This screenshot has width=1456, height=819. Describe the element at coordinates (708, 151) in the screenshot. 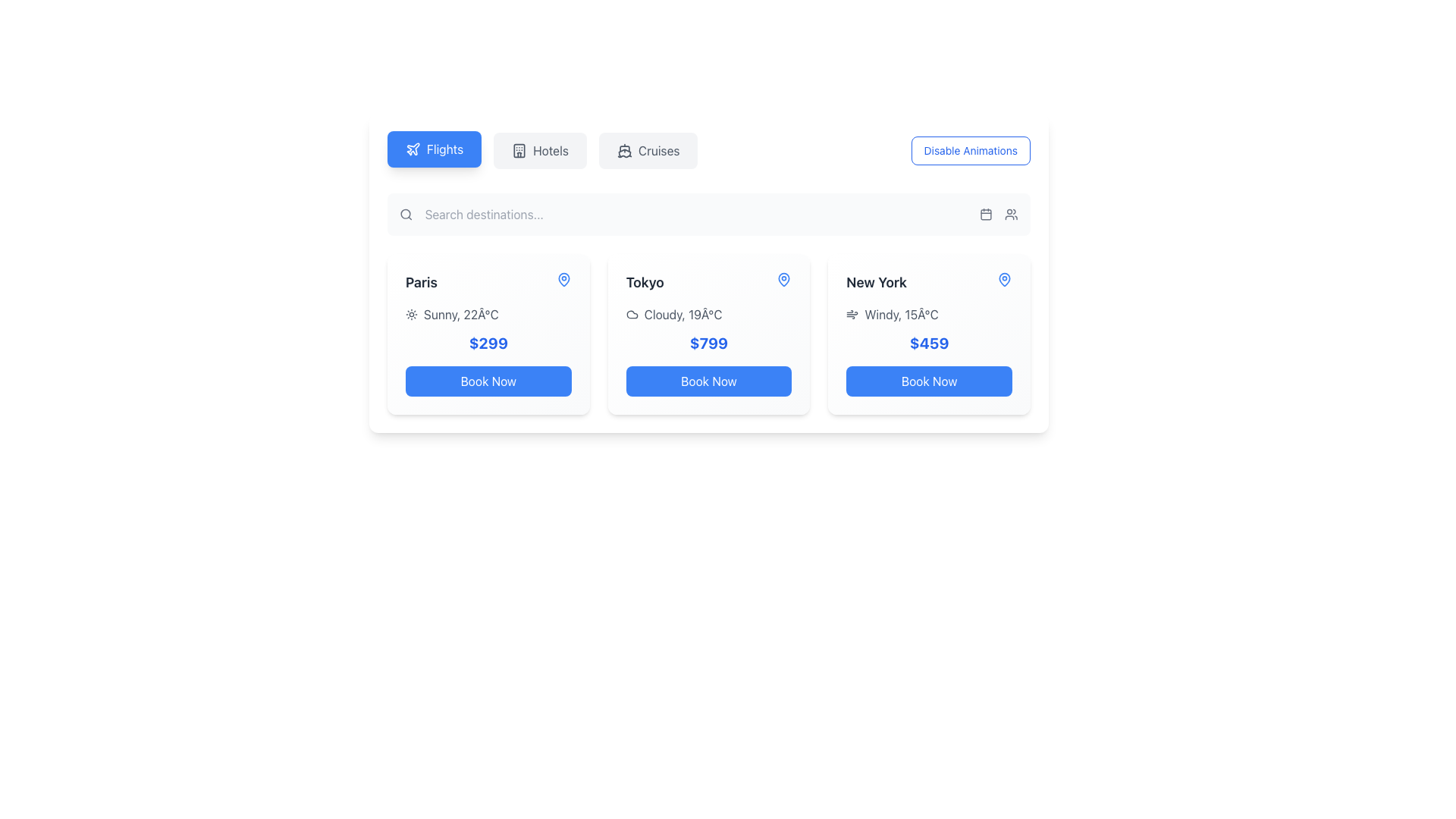

I see `the 'Disable Animations' button on the segmented control` at that location.